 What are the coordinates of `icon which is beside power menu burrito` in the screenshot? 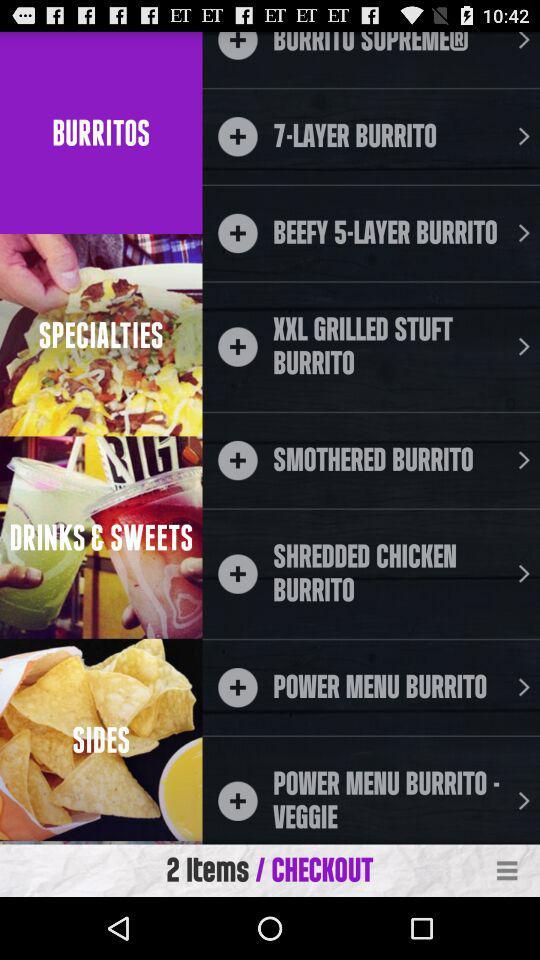 It's located at (237, 687).